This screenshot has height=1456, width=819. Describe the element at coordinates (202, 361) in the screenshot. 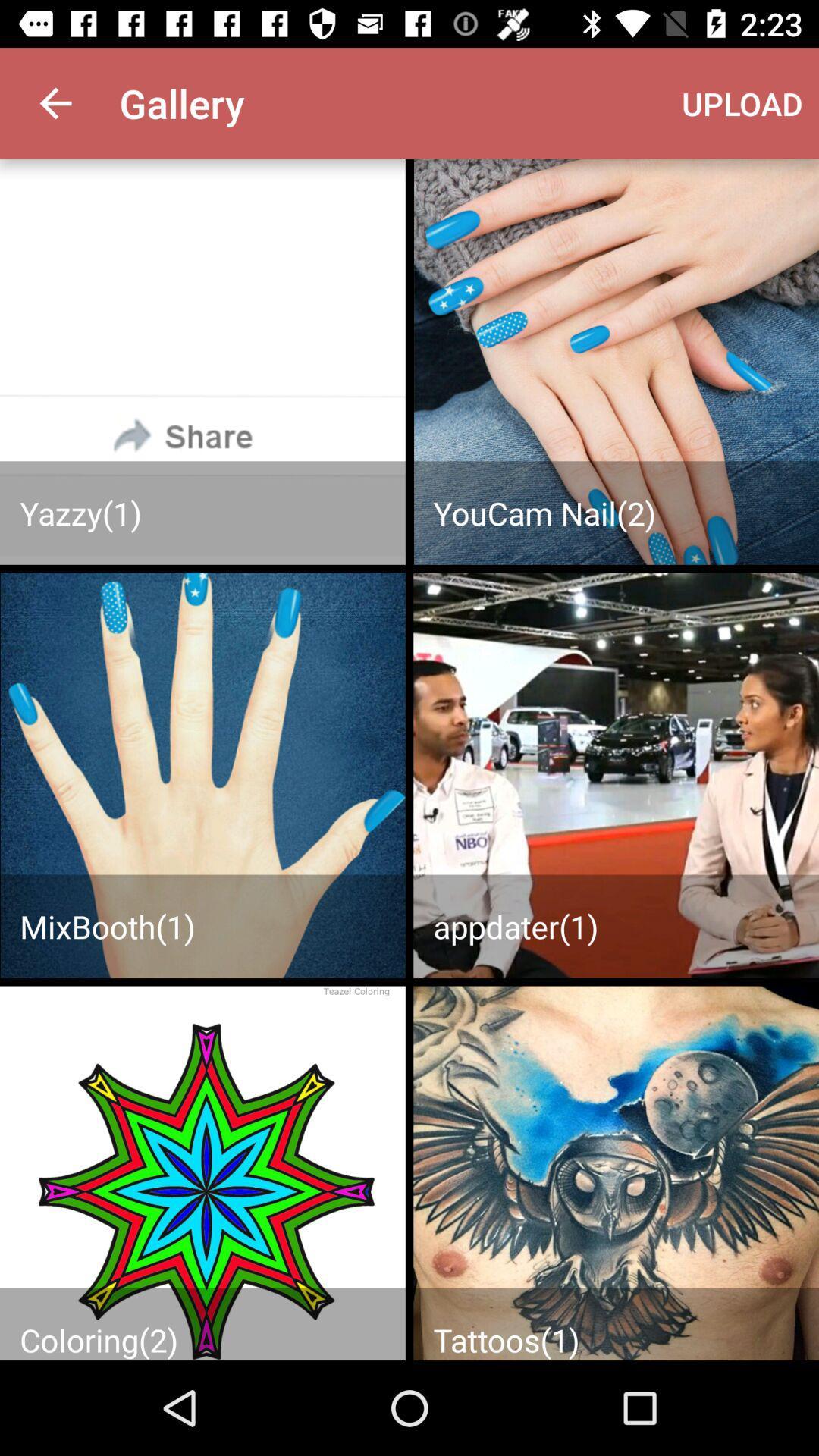

I see `previous` at that location.